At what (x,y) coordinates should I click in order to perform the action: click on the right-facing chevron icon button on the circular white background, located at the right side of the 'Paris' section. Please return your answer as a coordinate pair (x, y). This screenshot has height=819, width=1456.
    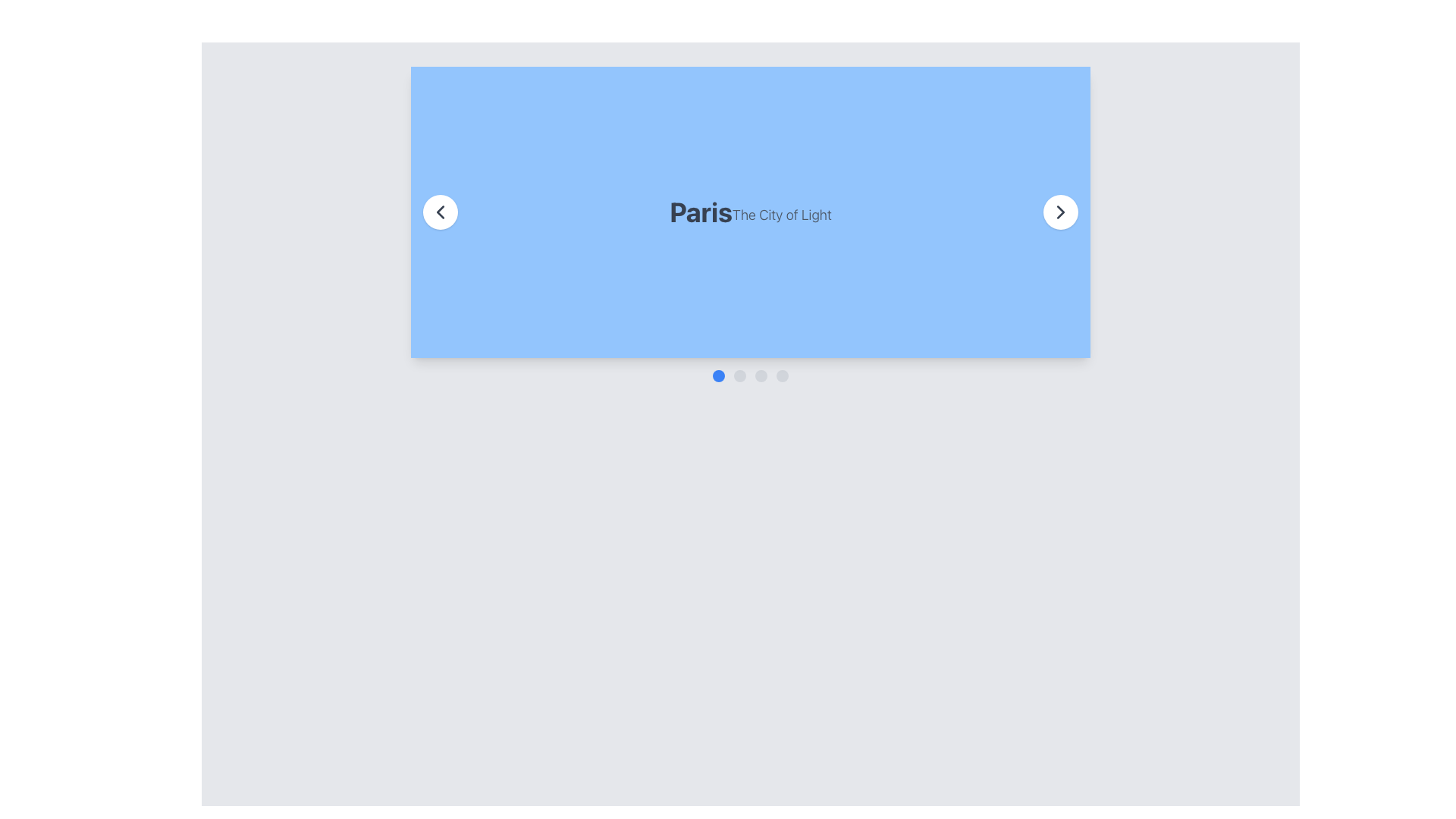
    Looking at the image, I should click on (1059, 212).